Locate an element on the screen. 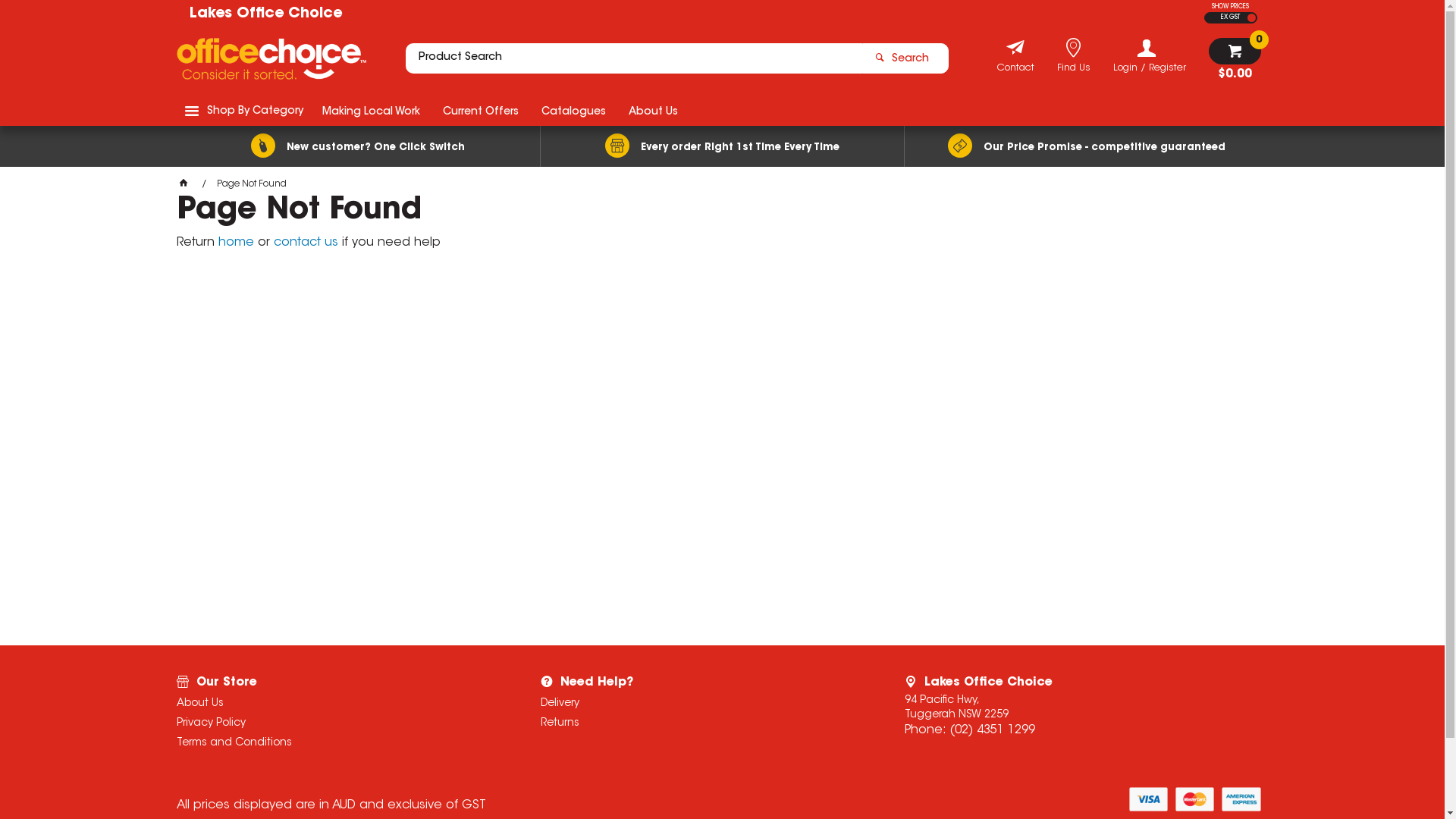 The image size is (1456, 819). '$0.00 is located at coordinates (1235, 58).